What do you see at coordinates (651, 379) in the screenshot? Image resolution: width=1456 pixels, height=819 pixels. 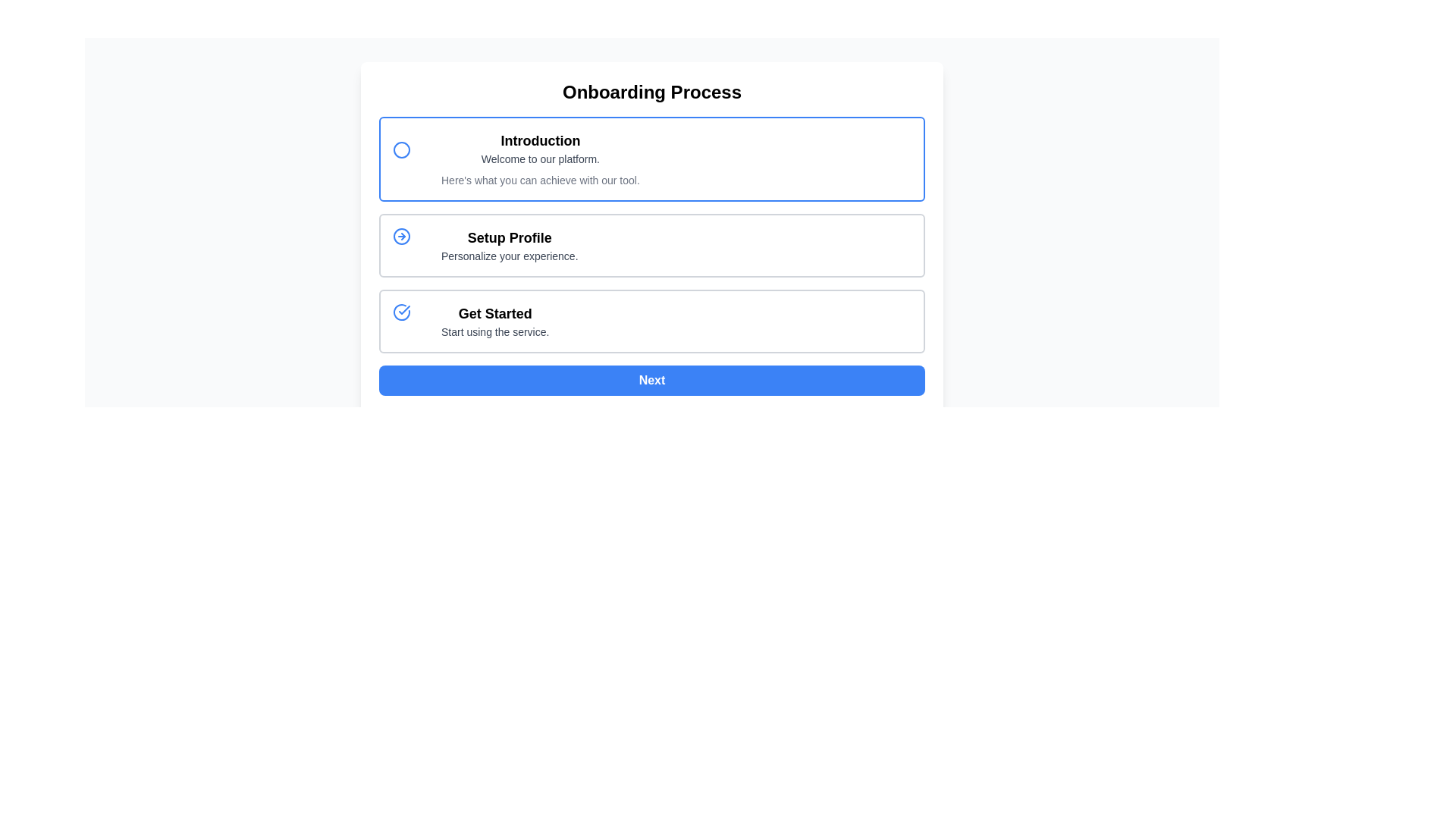 I see `the onboarding process button located at the bottom of the interface to observe the hover effect, which includes a color change` at bounding box center [651, 379].